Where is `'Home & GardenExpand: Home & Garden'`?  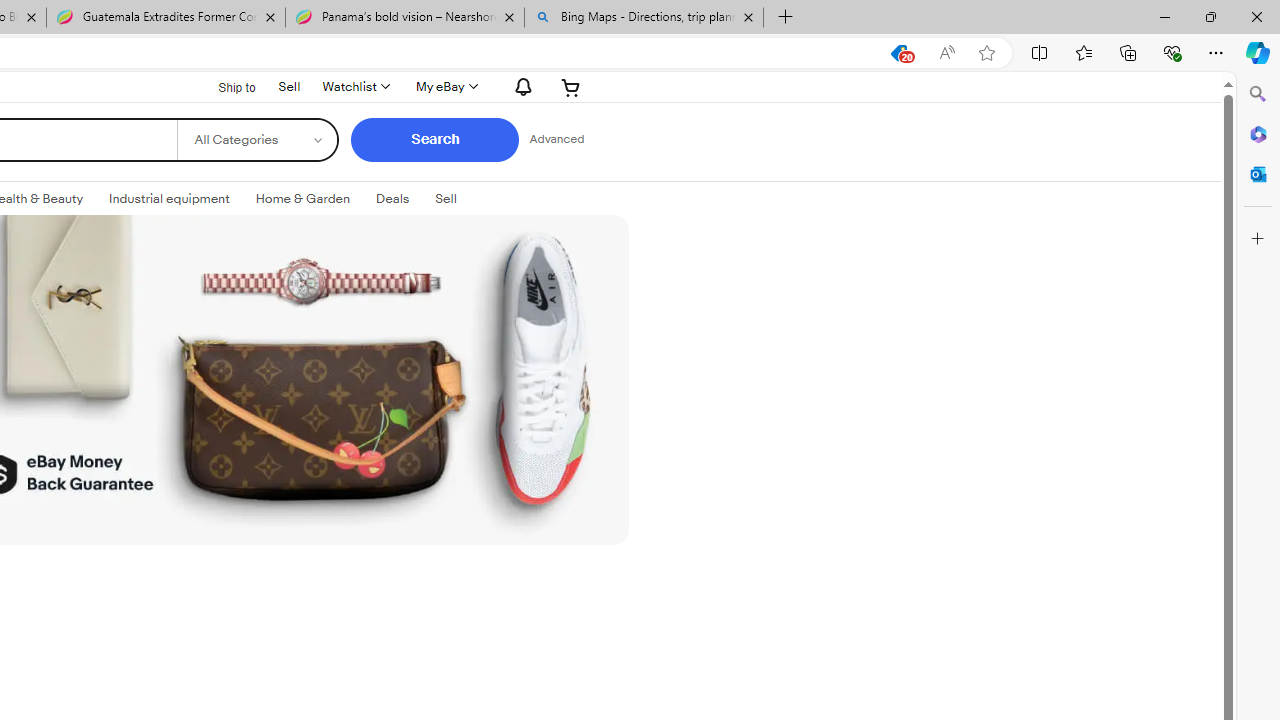
'Home & GardenExpand: Home & Garden' is located at coordinates (301, 199).